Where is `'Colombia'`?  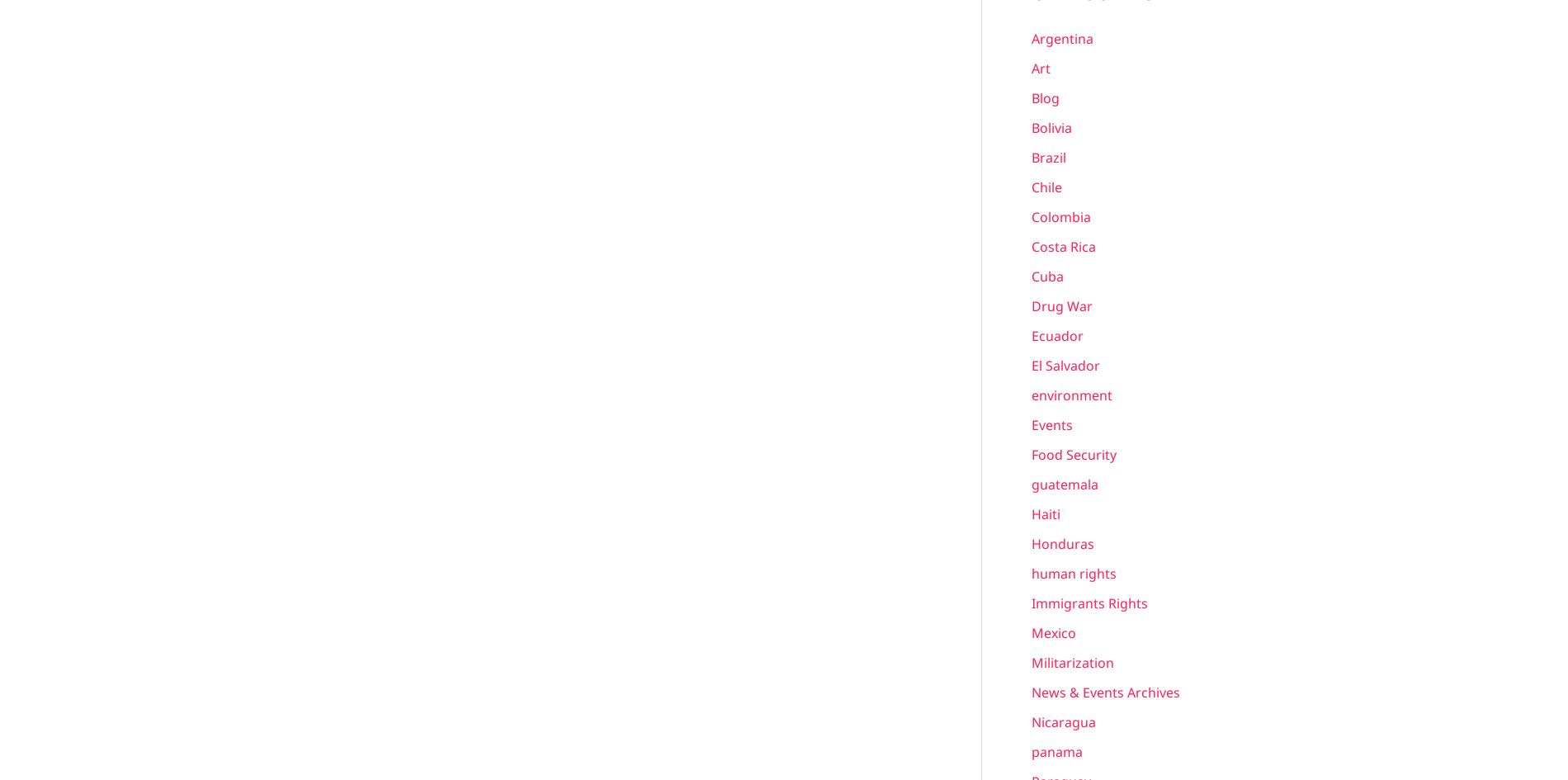
'Colombia' is located at coordinates (1060, 215).